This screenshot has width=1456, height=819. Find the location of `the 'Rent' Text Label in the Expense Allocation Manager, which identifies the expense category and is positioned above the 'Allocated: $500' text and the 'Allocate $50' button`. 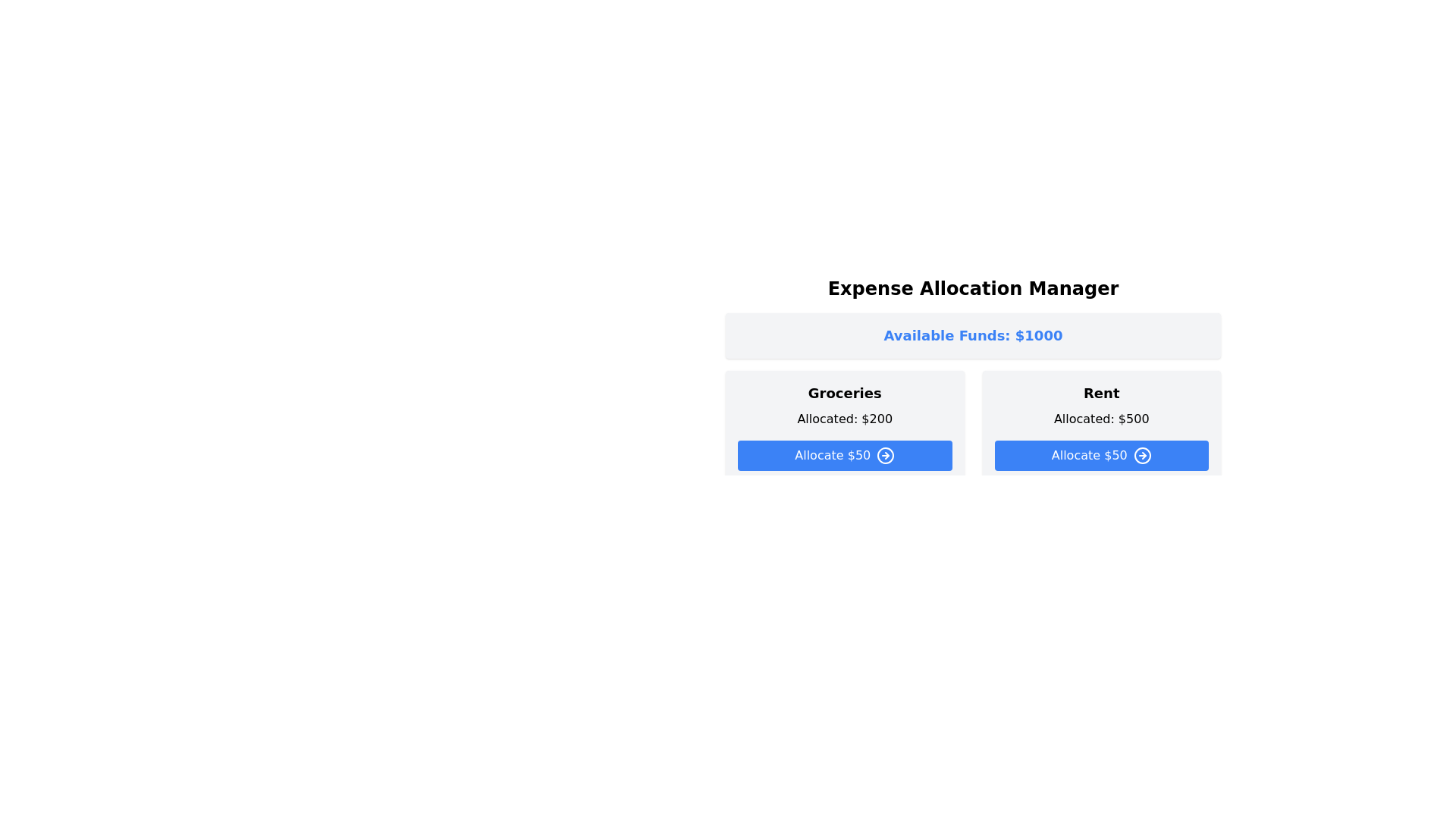

the 'Rent' Text Label in the Expense Allocation Manager, which identifies the expense category and is positioned above the 'Allocated: $500' text and the 'Allocate $50' button is located at coordinates (1101, 393).